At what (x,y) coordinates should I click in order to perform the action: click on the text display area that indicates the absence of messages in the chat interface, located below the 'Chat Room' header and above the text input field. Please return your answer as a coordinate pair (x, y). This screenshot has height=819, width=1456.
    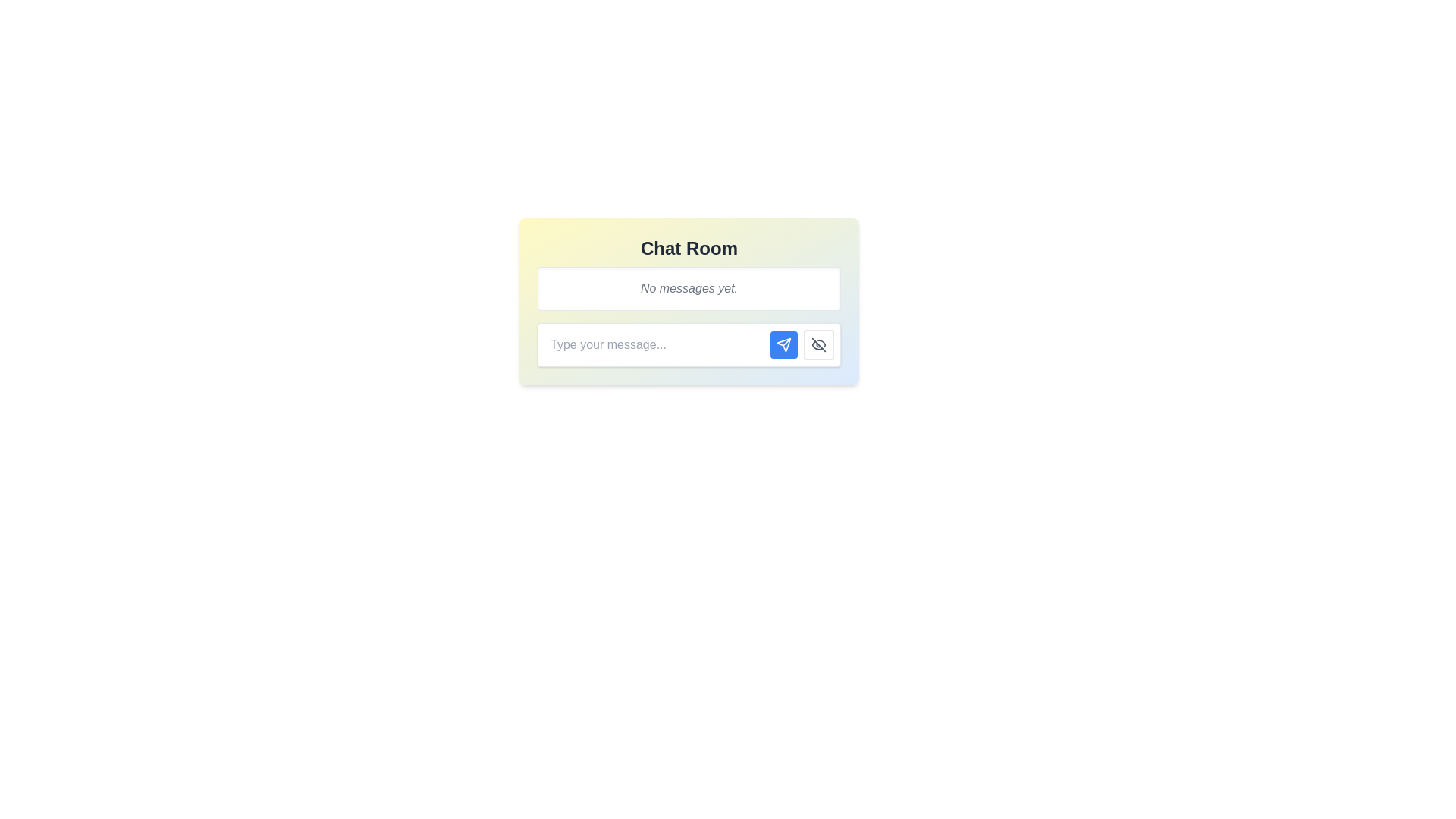
    Looking at the image, I should click on (688, 289).